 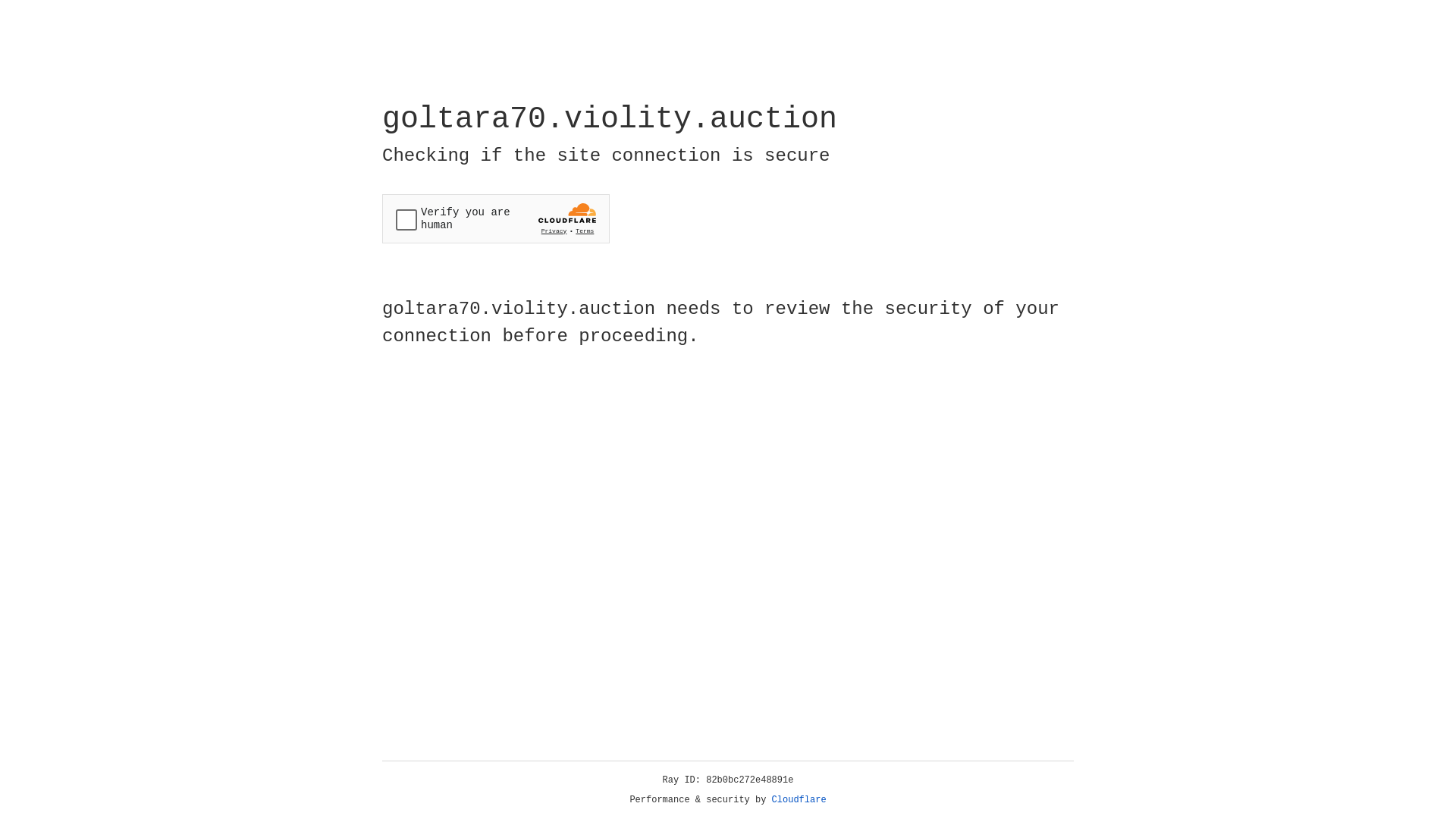 I want to click on 'Widget containing a Cloudflare security challenge', so click(x=495, y=218).